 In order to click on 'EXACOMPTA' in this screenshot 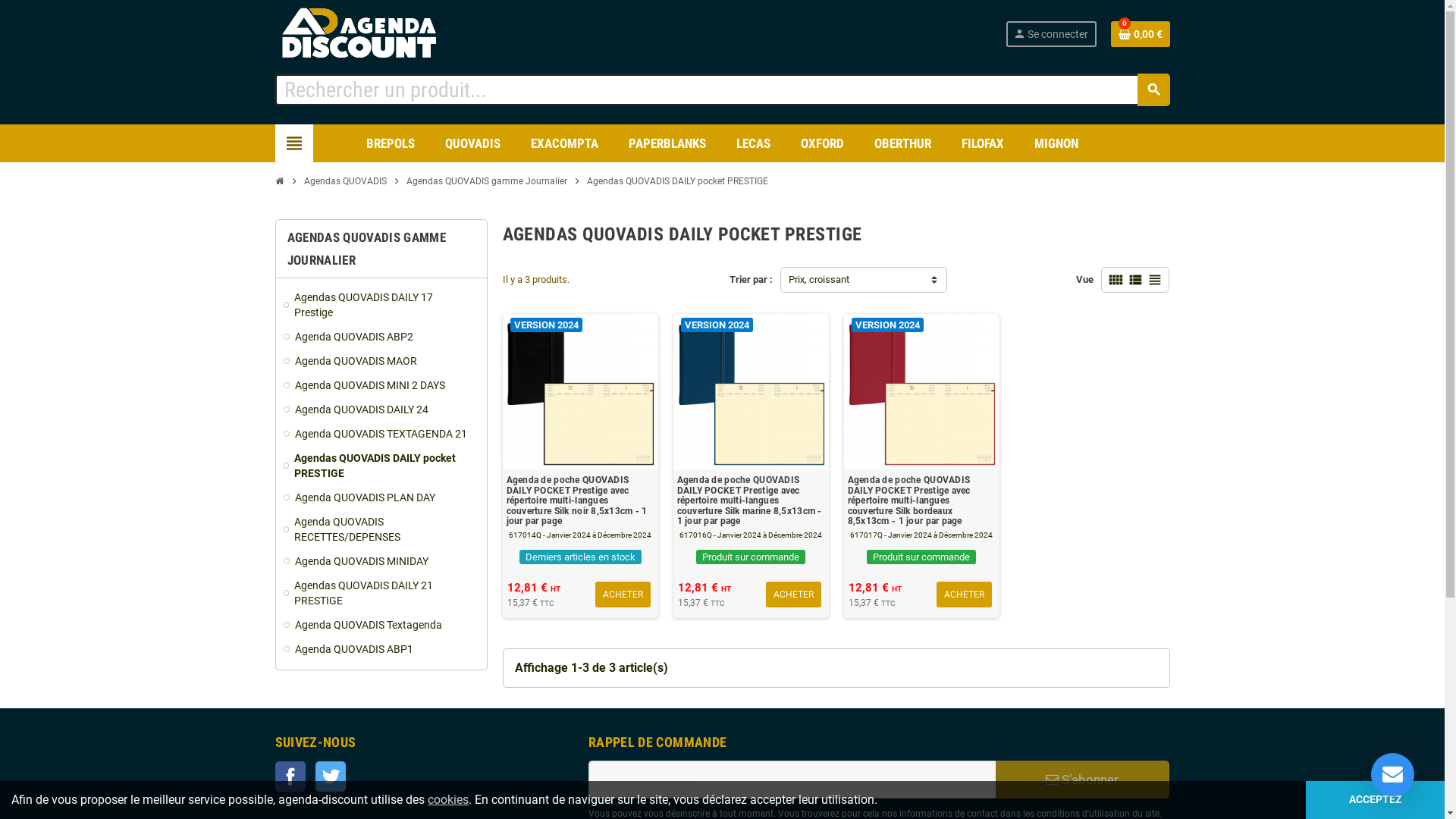, I will do `click(563, 143)`.